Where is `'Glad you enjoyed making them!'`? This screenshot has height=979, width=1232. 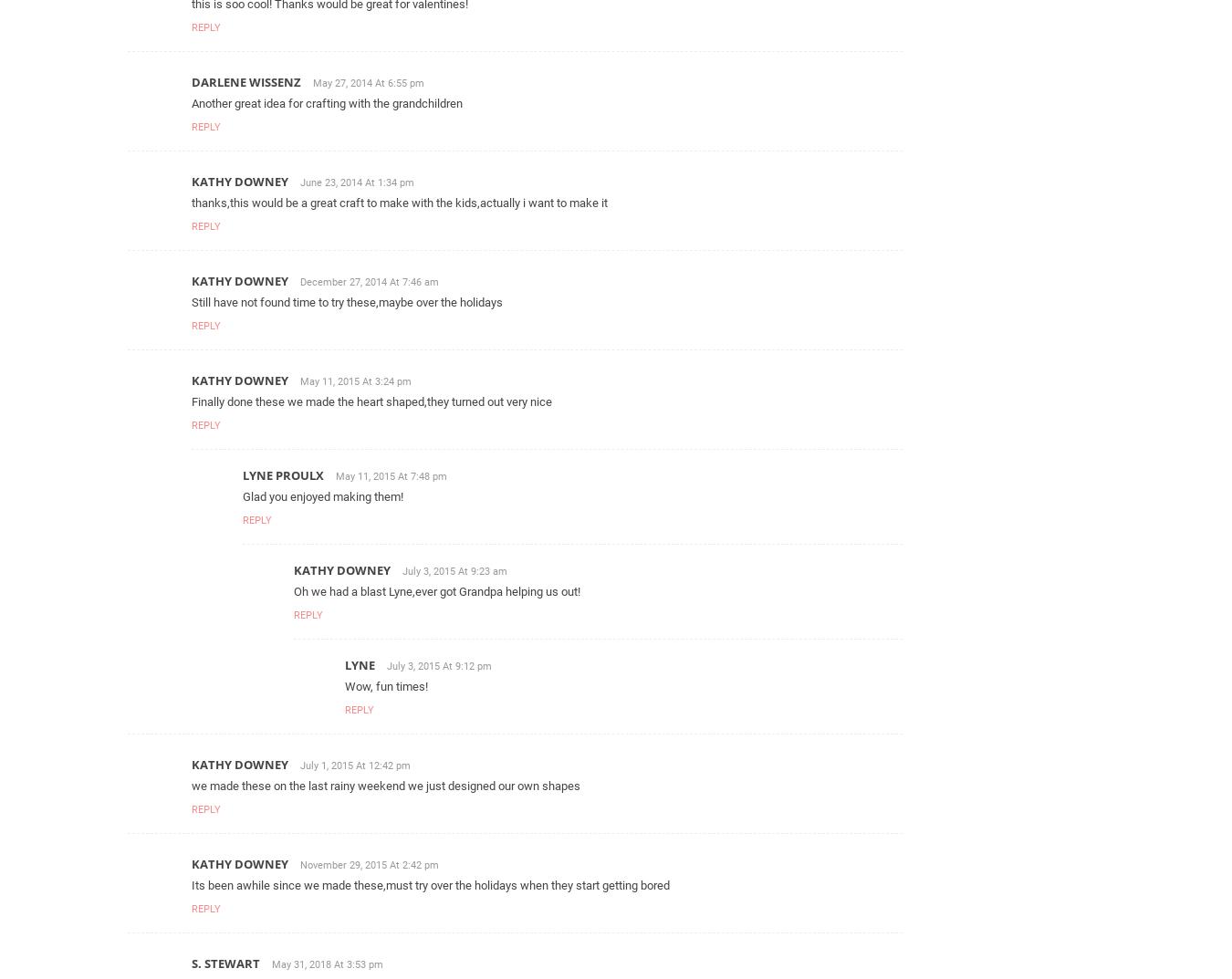
'Glad you enjoyed making them!' is located at coordinates (322, 495).